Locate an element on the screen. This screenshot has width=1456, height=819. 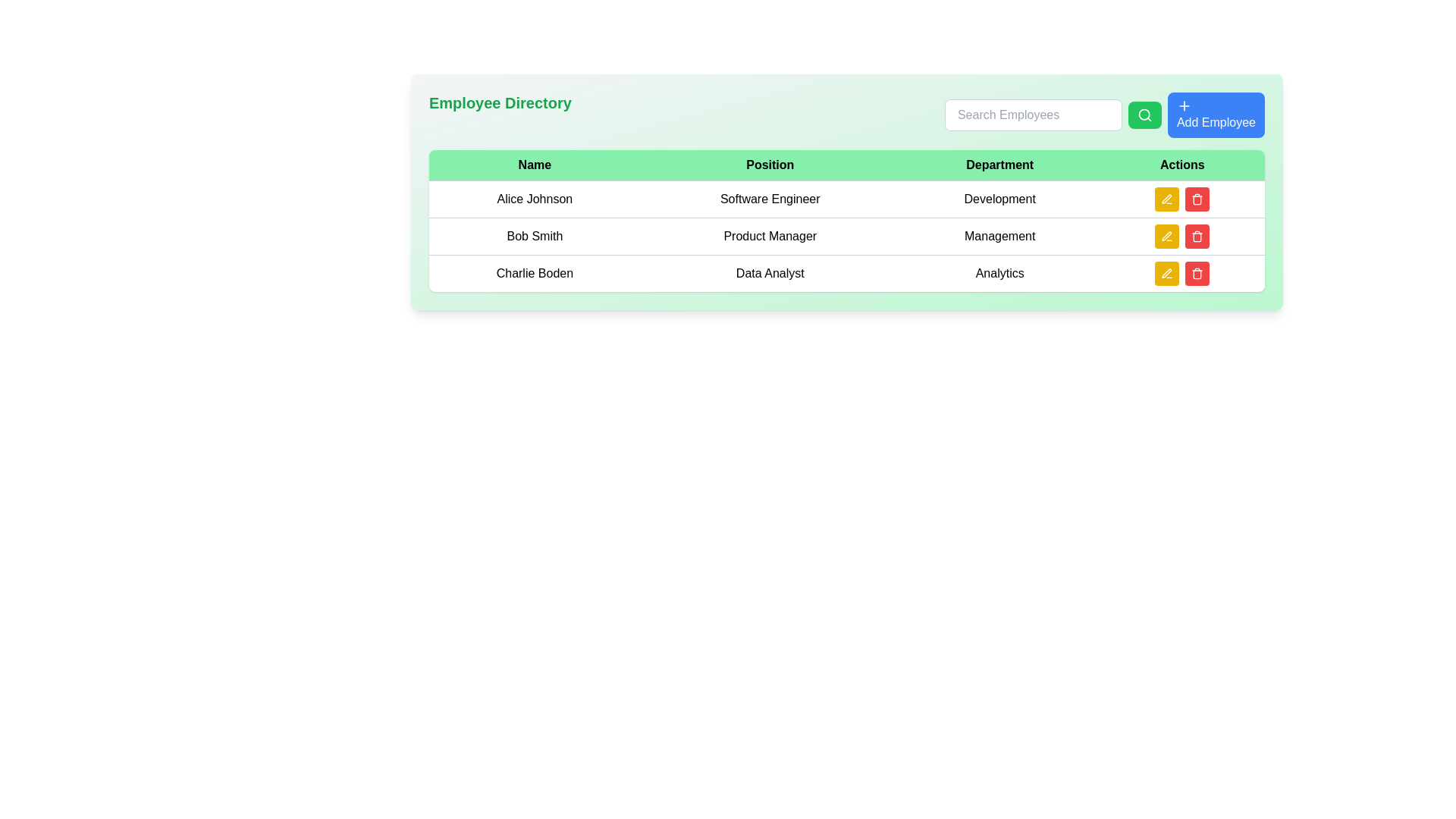
the green button with a magnifying glass icon located to the right of the 'Add Employee' button is located at coordinates (1144, 114).